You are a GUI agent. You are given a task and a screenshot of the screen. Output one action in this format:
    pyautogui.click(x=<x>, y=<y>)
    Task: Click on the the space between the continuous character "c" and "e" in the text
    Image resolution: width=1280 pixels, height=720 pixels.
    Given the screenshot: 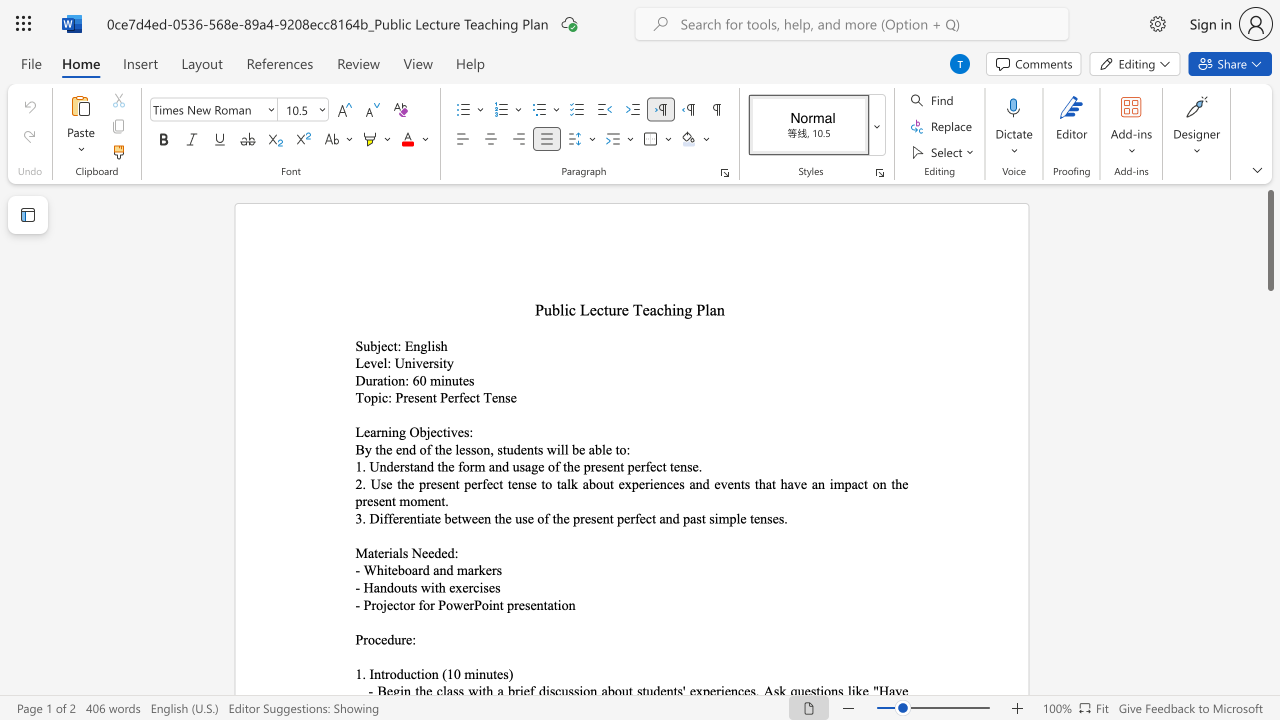 What is the action you would take?
    pyautogui.click(x=381, y=639)
    